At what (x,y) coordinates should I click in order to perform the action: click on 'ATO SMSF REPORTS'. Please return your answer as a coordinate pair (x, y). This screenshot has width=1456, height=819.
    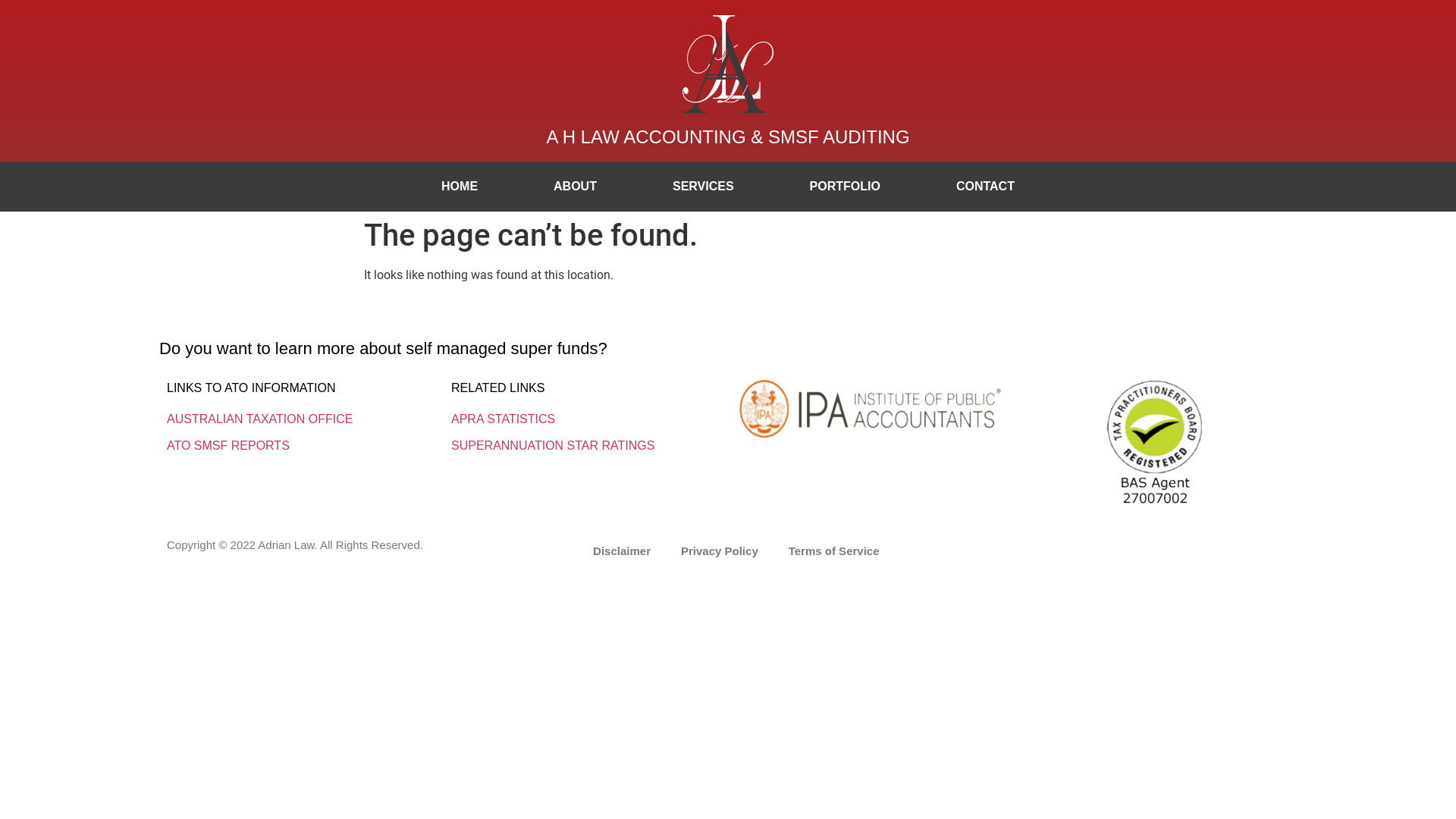
    Looking at the image, I should click on (227, 444).